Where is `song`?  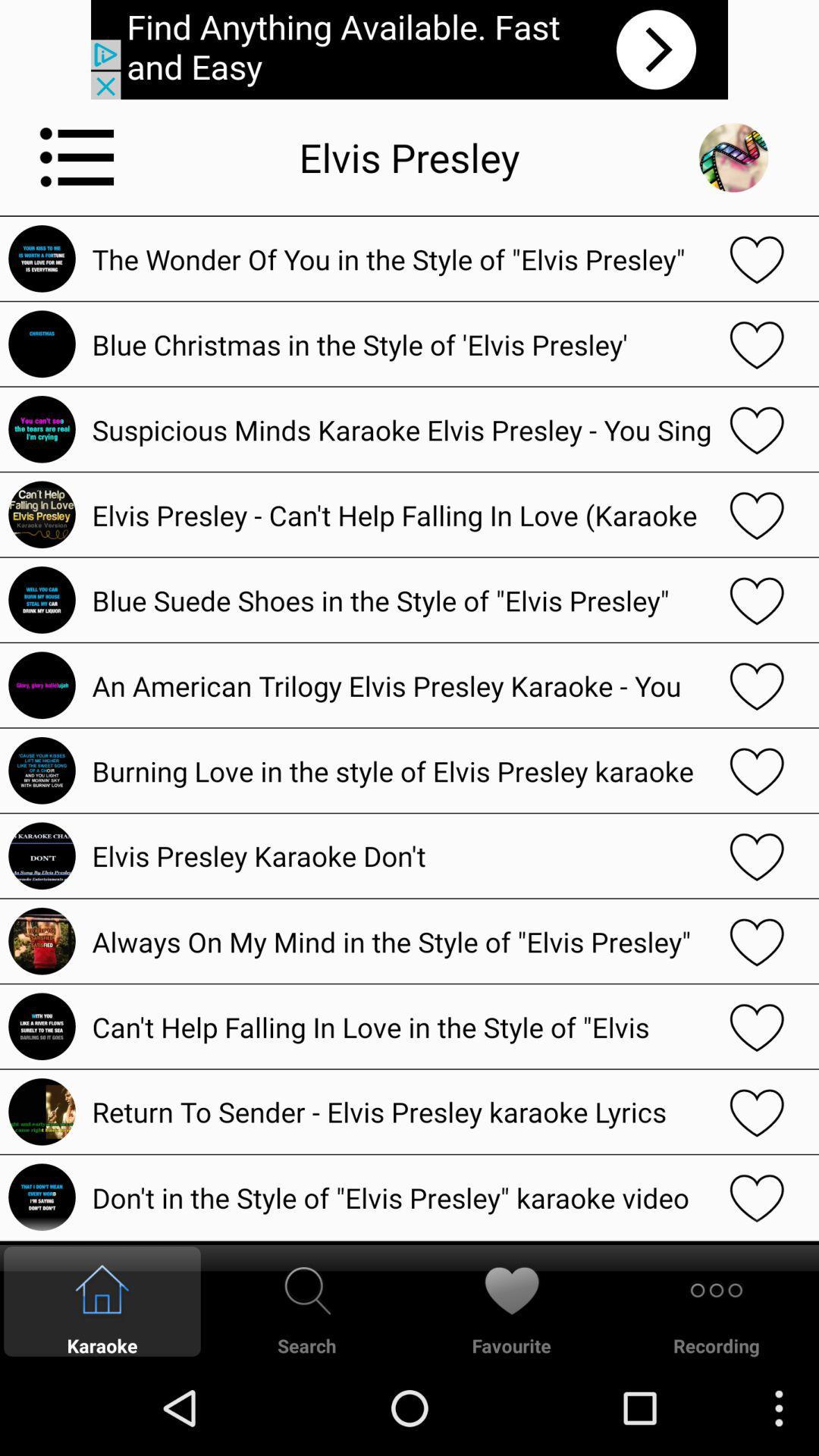 song is located at coordinates (757, 940).